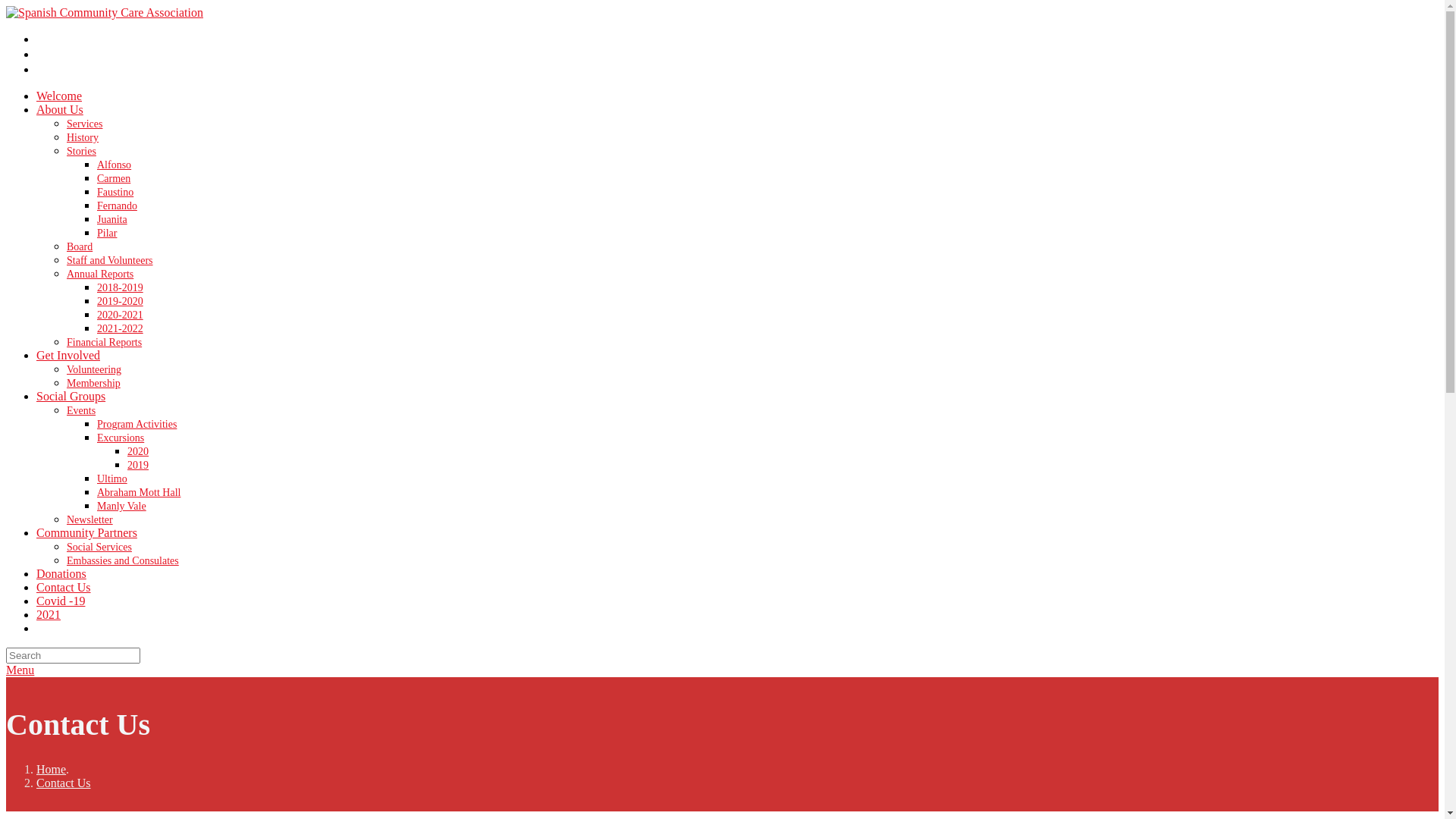 This screenshot has width=1456, height=819. I want to click on 'Covid -19', so click(61, 600).